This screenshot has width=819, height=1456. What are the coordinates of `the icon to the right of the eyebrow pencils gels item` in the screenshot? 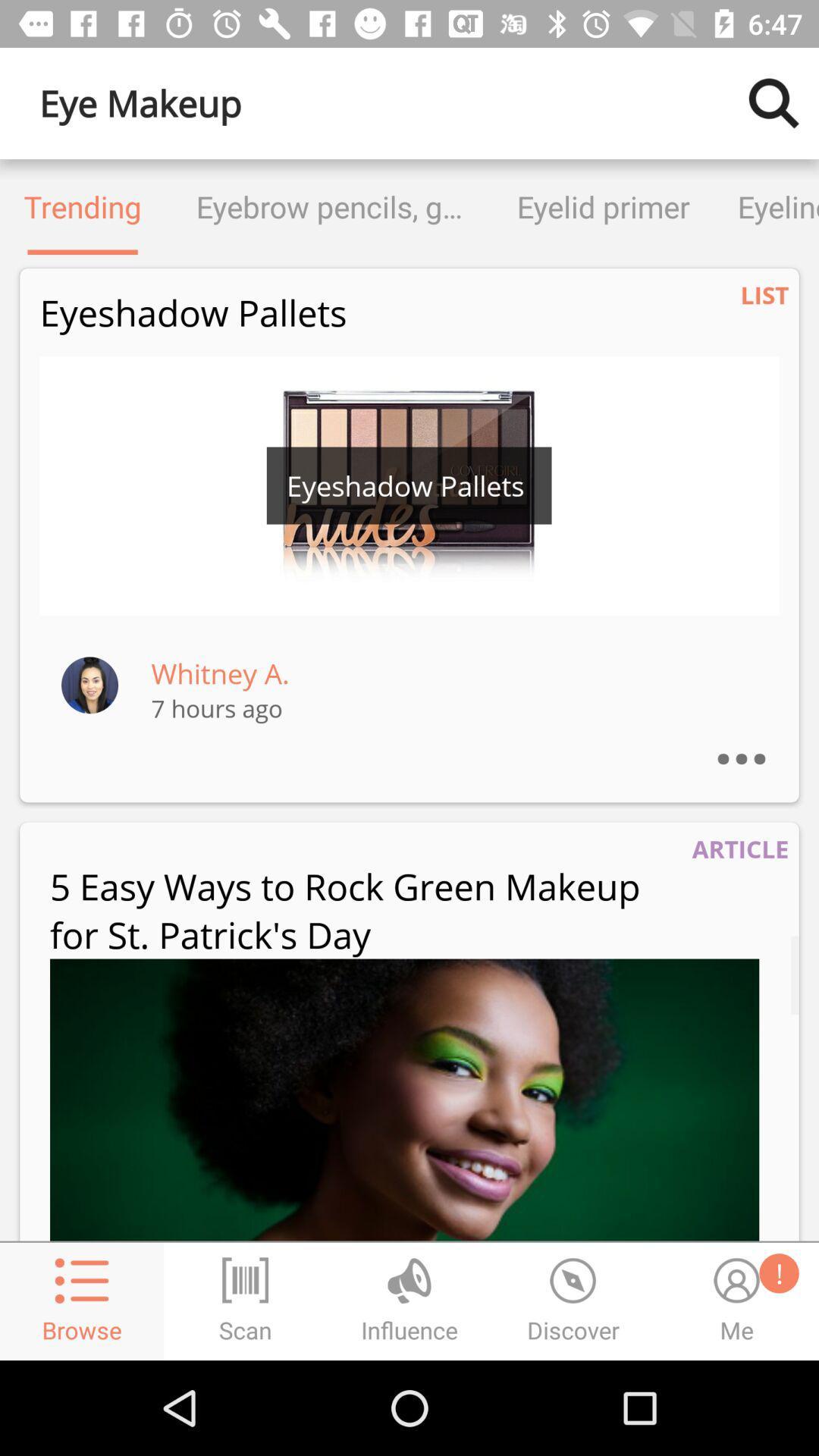 It's located at (602, 206).